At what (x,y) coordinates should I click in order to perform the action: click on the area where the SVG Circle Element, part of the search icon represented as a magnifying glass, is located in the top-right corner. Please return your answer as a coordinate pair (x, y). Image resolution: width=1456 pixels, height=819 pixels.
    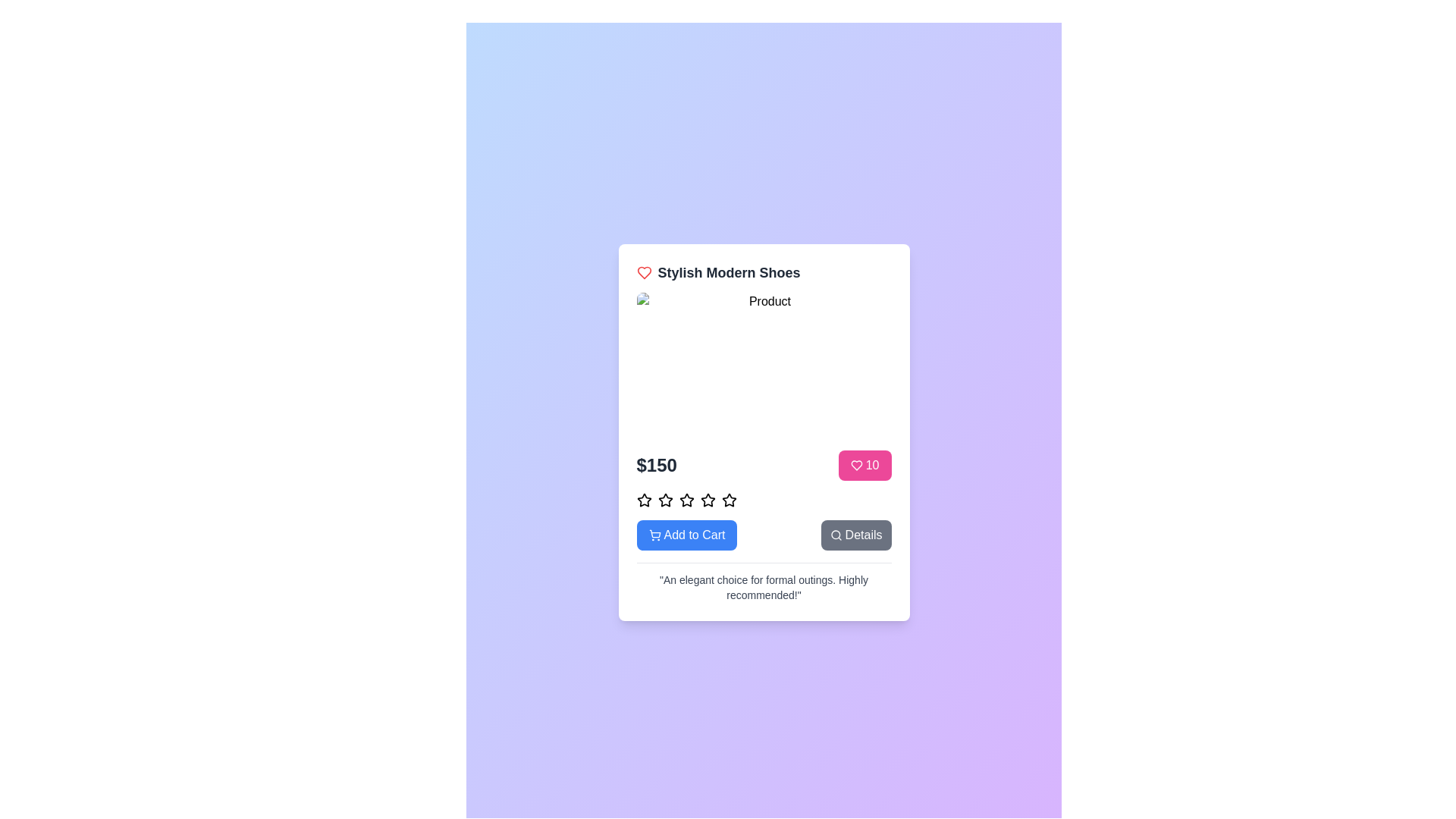
    Looking at the image, I should click on (834, 533).